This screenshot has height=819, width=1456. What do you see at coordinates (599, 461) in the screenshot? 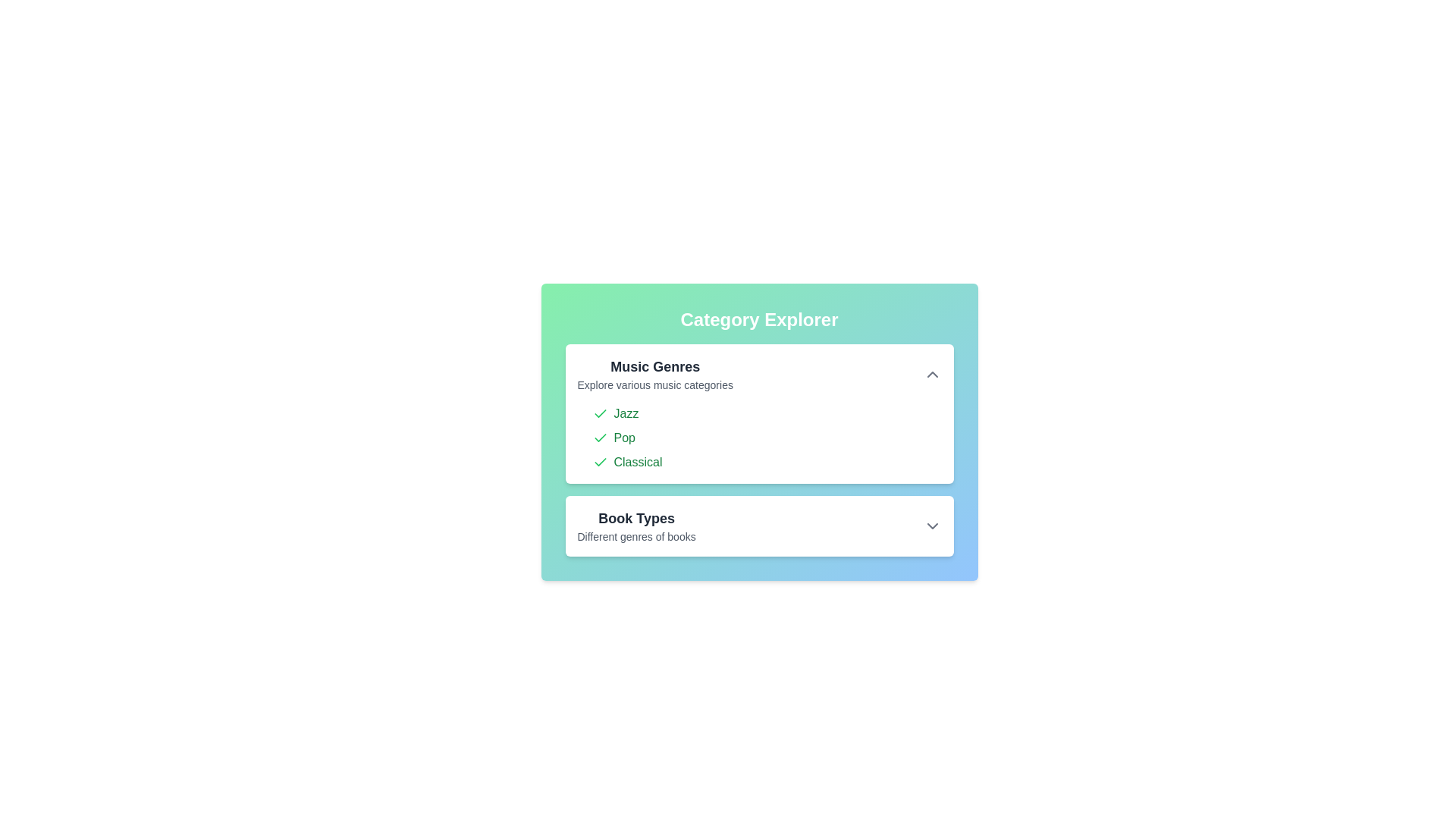
I see `the item Classical from the list` at bounding box center [599, 461].